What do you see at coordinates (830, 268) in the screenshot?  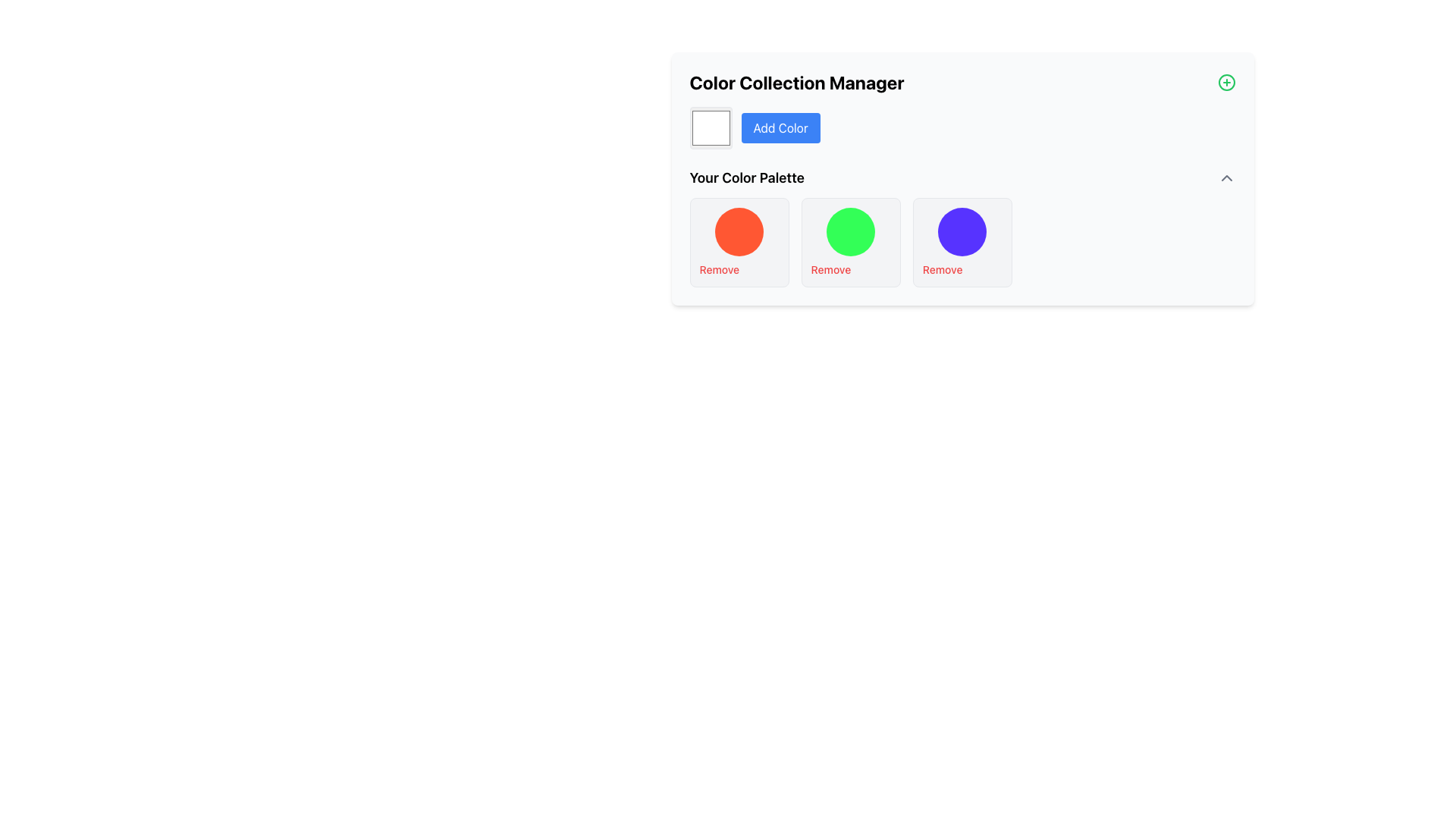 I see `the text label styled as a clickable button located under the green circular icon in the 'Your Color Palette' section` at bounding box center [830, 268].